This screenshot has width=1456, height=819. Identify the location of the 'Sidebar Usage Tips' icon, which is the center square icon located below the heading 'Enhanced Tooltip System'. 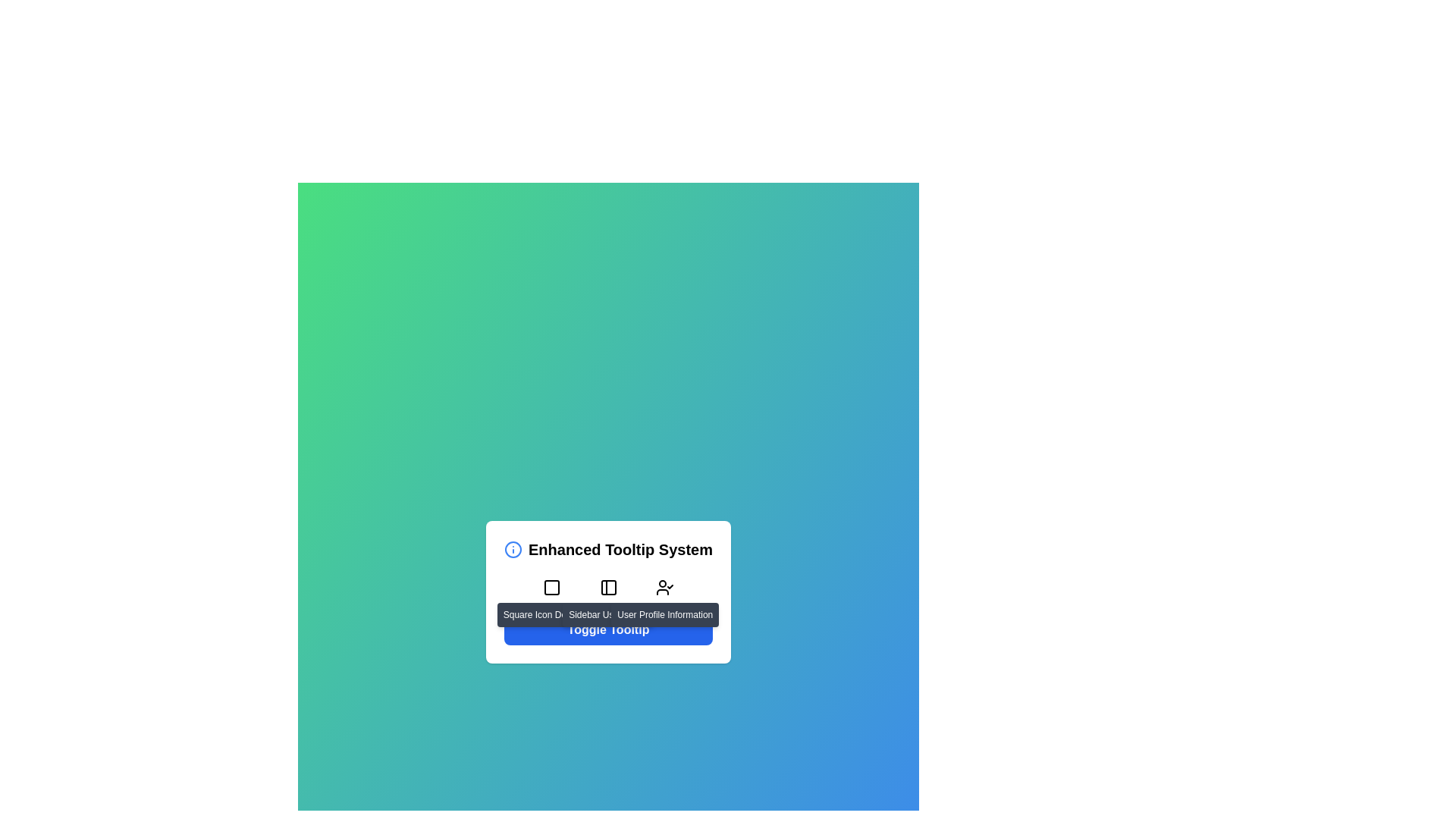
(608, 591).